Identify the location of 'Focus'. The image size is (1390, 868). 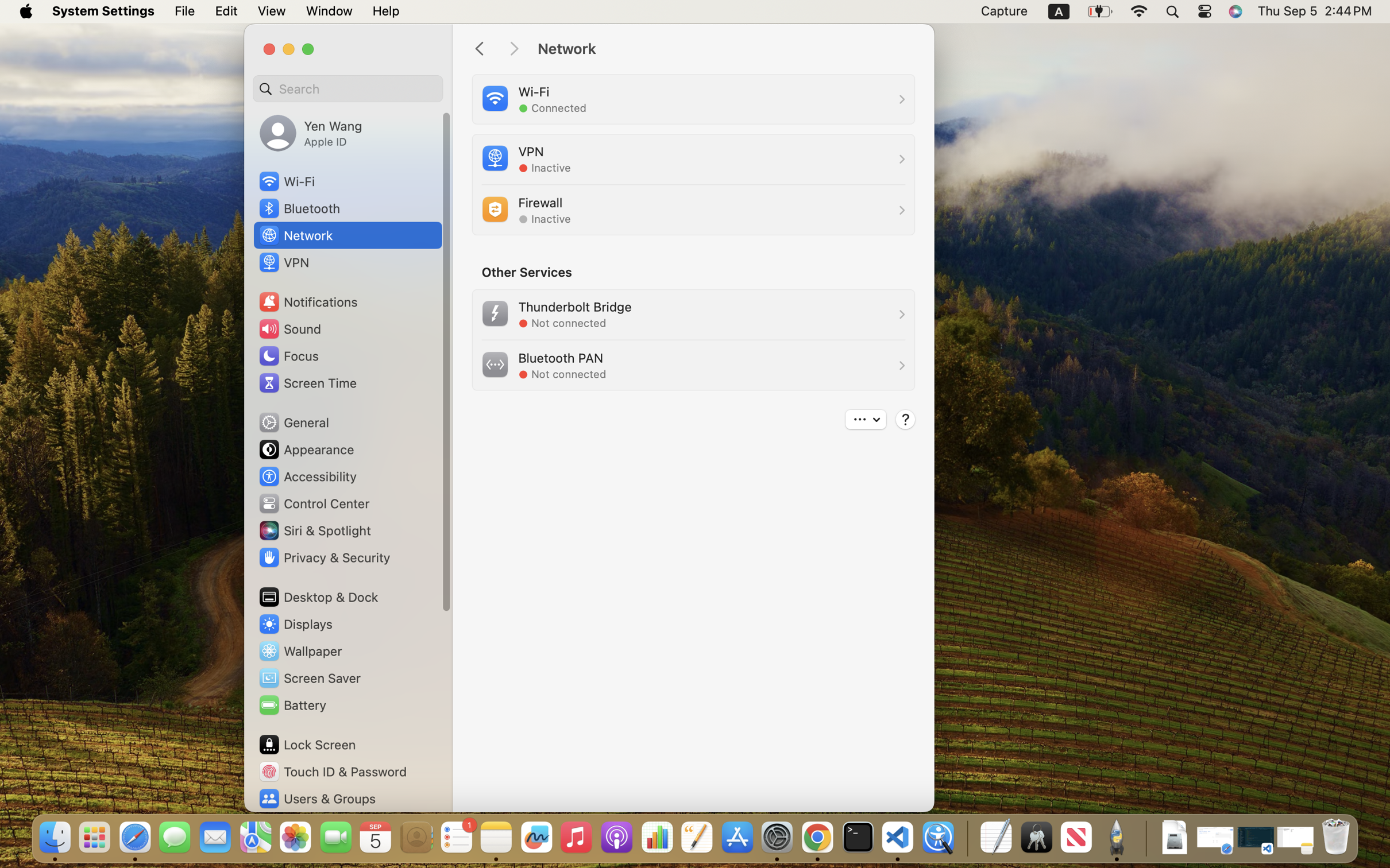
(288, 355).